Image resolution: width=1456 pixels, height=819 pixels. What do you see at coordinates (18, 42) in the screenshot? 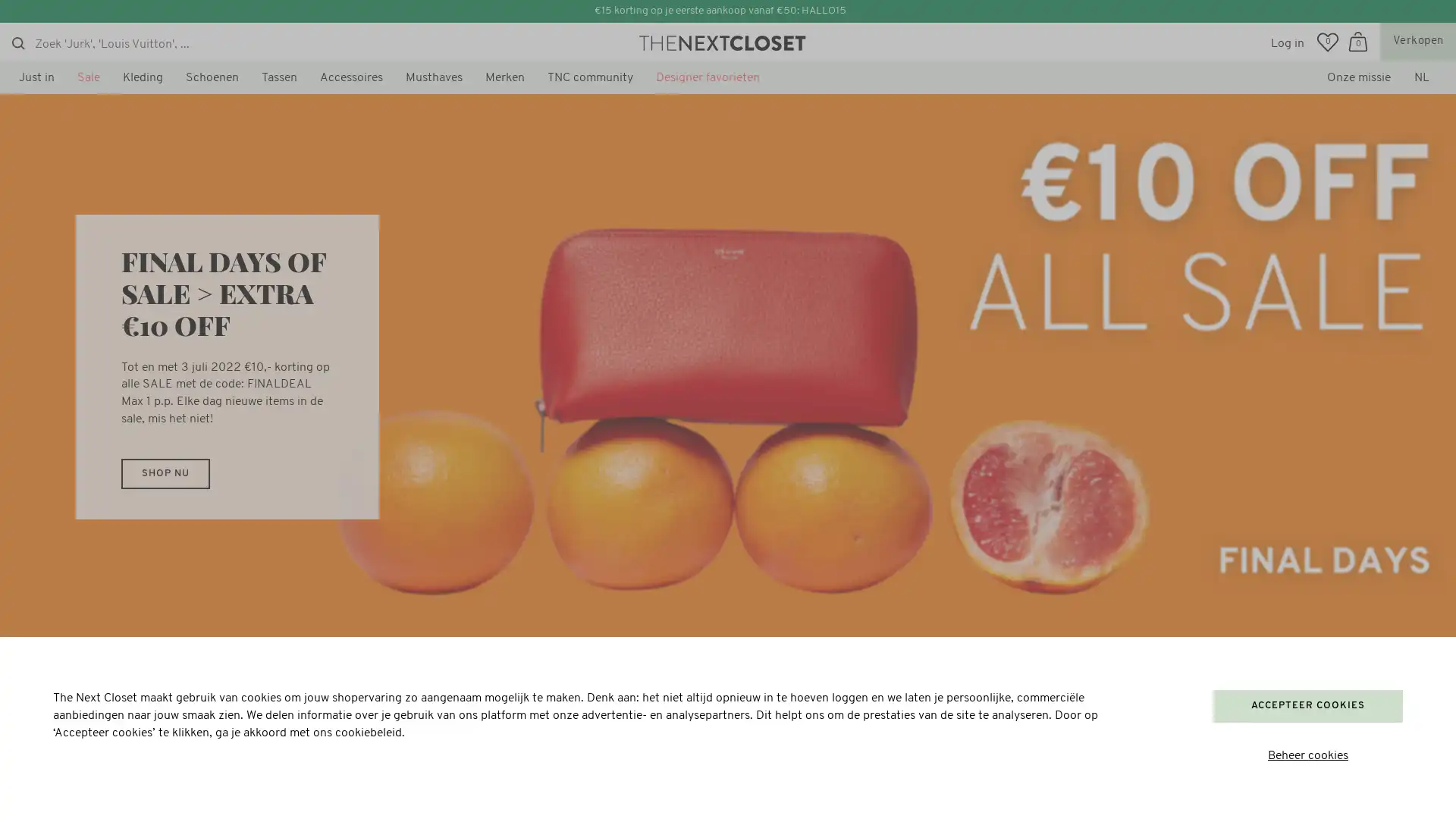
I see `Search` at bounding box center [18, 42].